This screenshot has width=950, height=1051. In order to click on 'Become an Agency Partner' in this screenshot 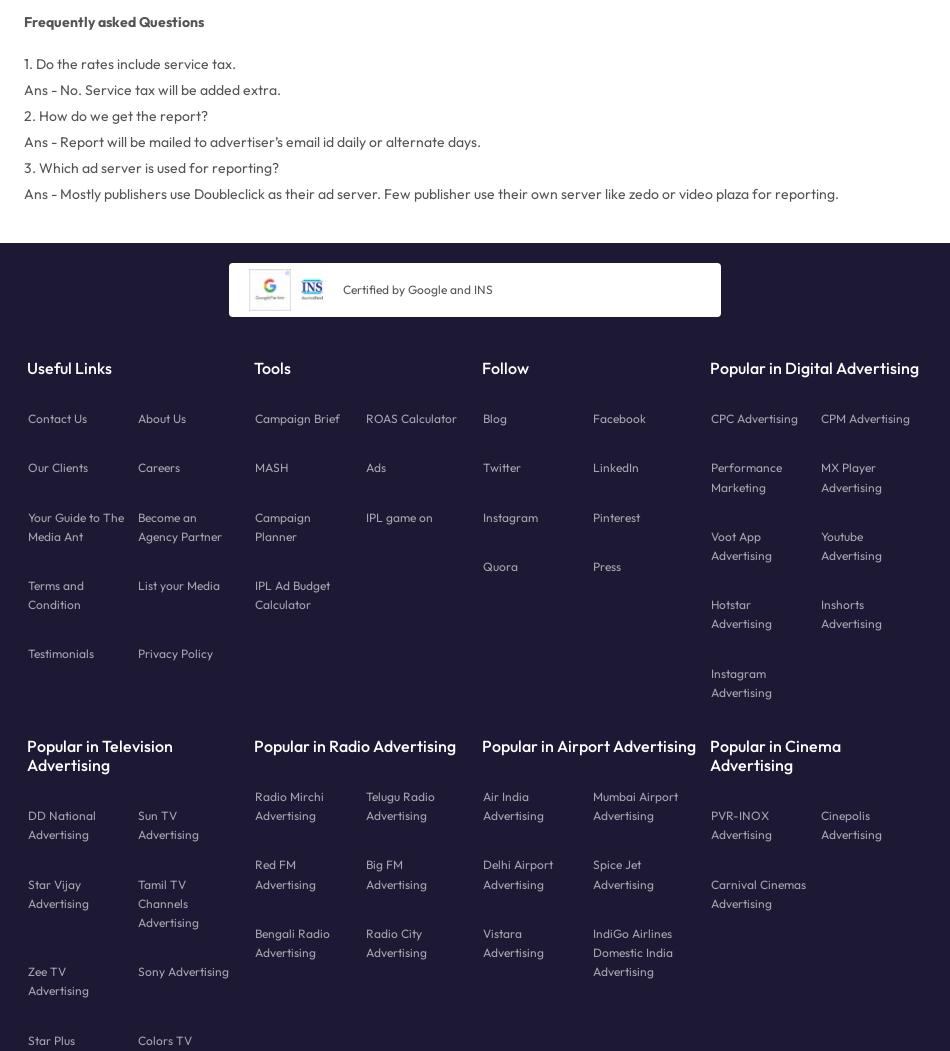, I will do `click(180, 526)`.